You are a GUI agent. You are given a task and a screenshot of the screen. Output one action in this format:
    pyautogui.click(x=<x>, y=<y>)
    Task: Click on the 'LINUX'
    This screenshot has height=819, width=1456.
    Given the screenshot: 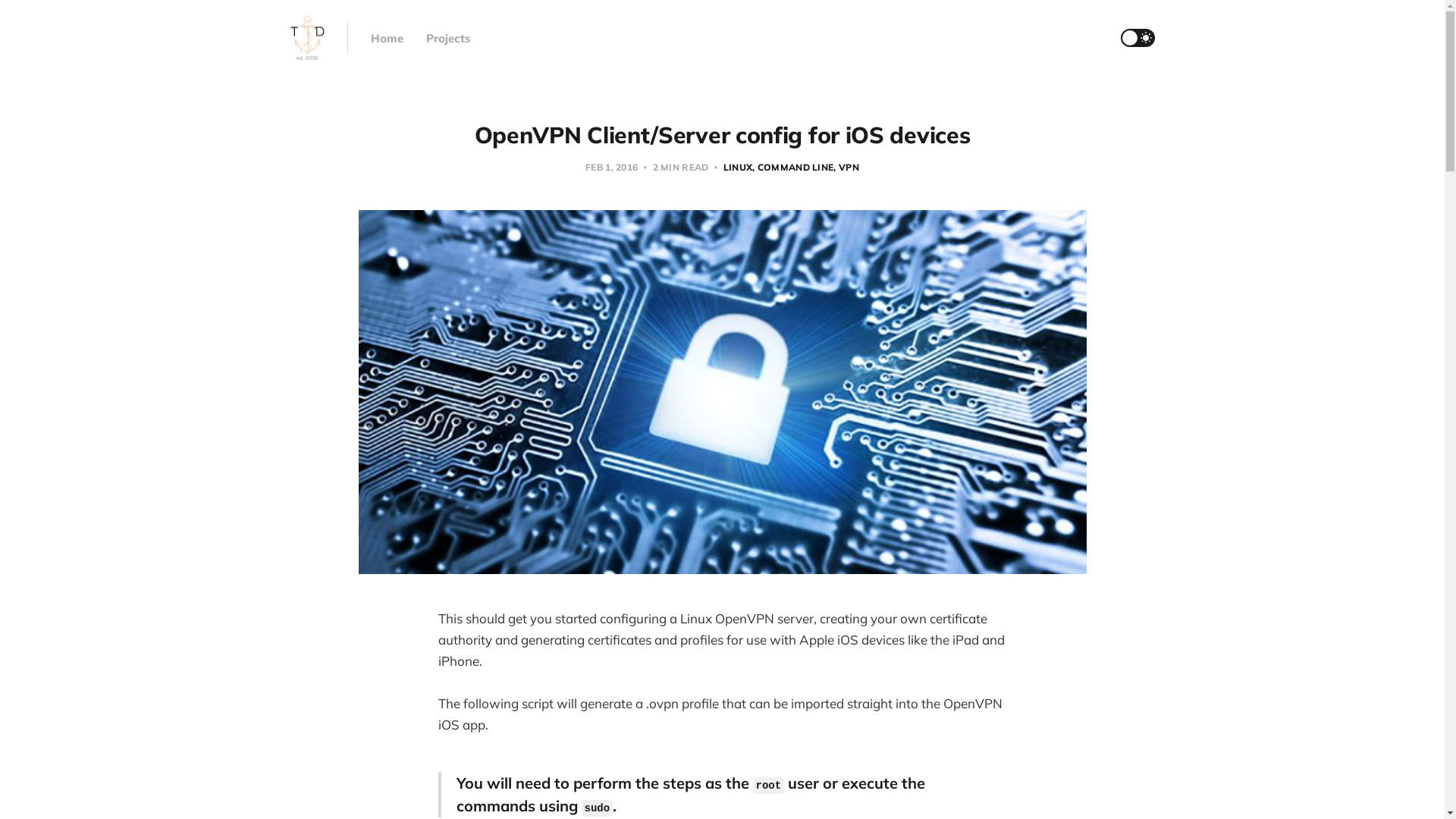 What is the action you would take?
    pyautogui.click(x=738, y=167)
    